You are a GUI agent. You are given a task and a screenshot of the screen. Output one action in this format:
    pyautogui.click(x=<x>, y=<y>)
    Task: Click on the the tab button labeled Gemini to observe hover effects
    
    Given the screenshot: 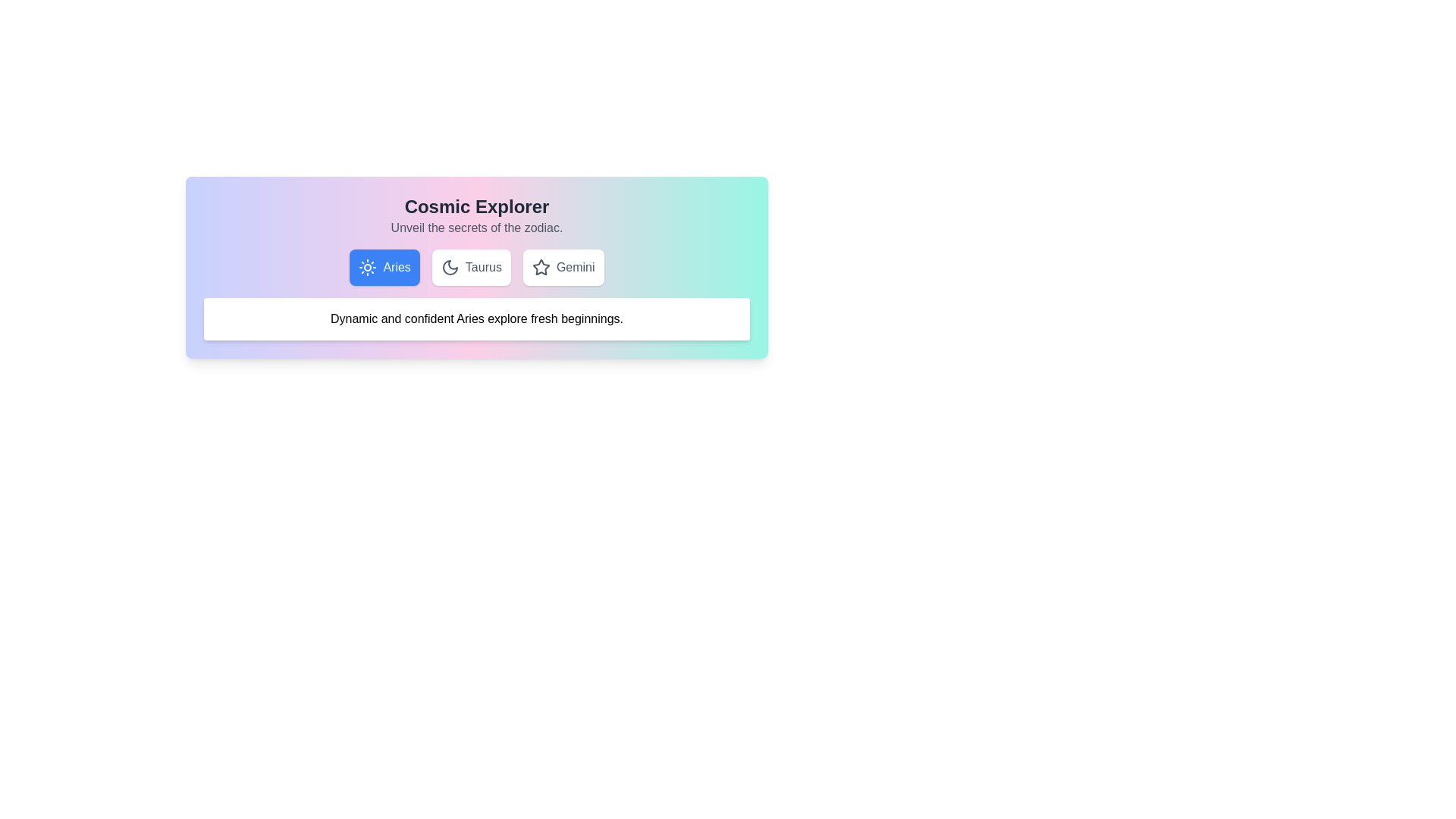 What is the action you would take?
    pyautogui.click(x=563, y=267)
    